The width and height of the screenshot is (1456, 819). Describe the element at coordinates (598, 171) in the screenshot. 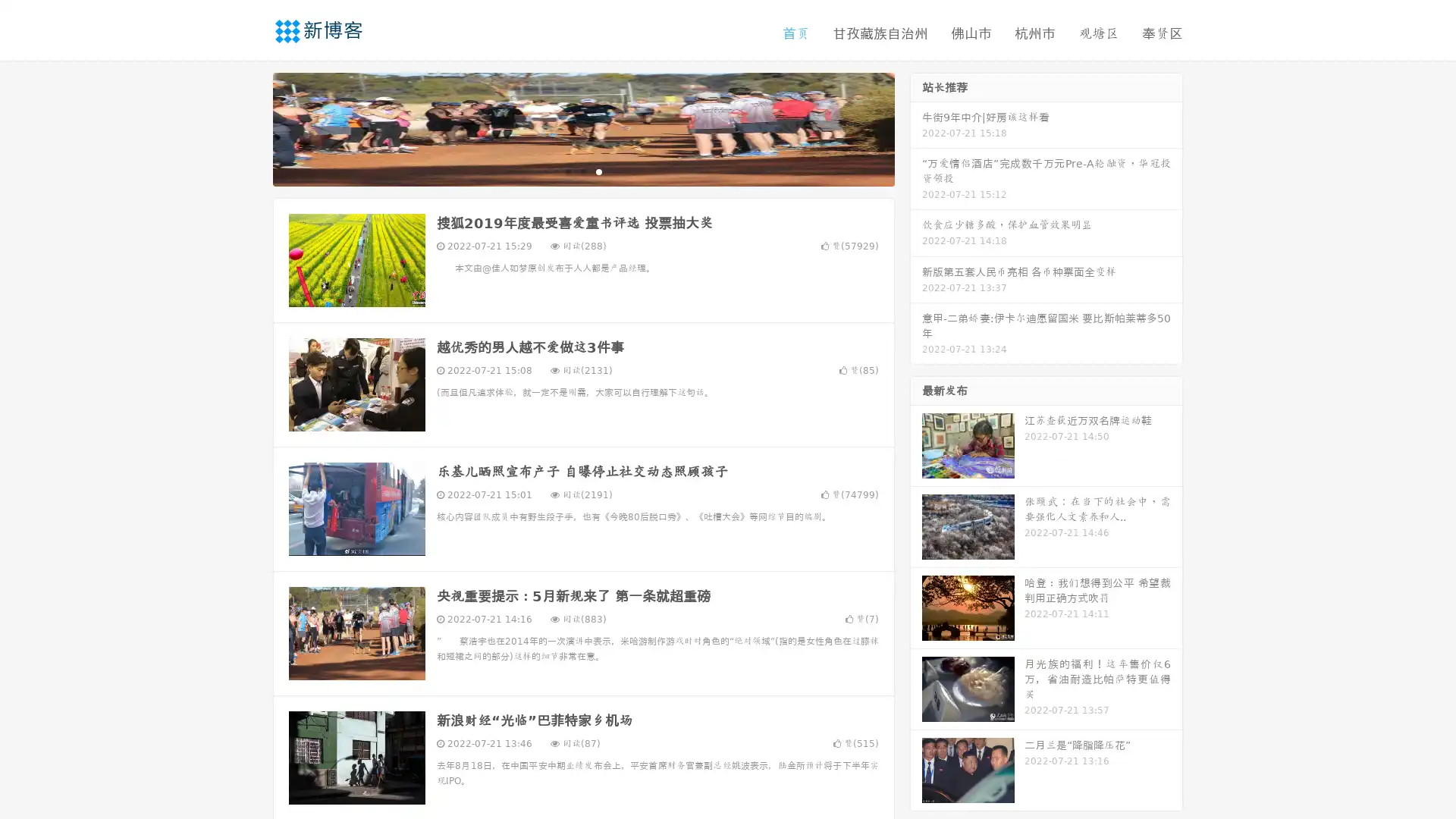

I see `Go to slide 3` at that location.